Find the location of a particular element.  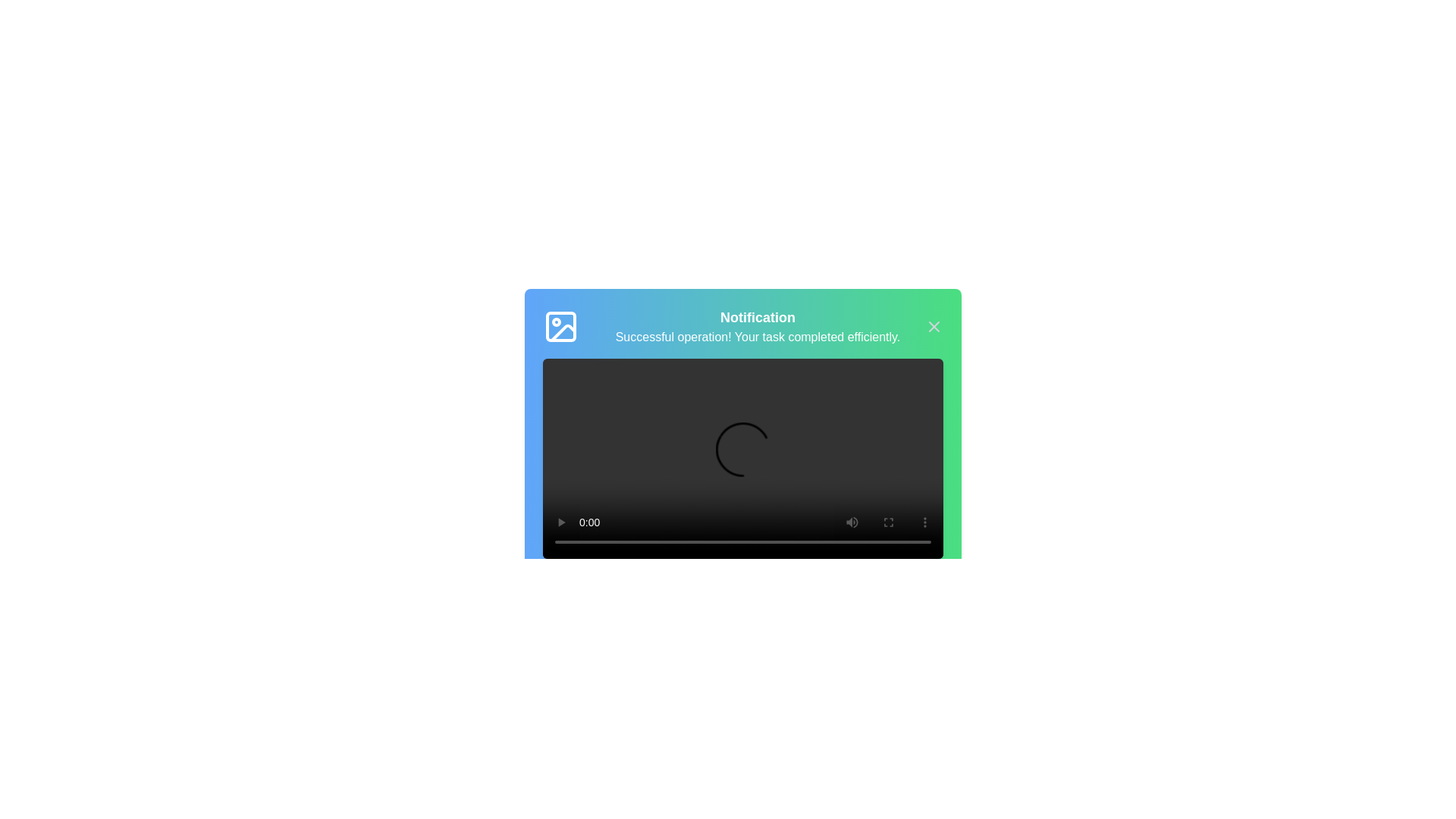

the notification text to select it for copying is located at coordinates (758, 336).